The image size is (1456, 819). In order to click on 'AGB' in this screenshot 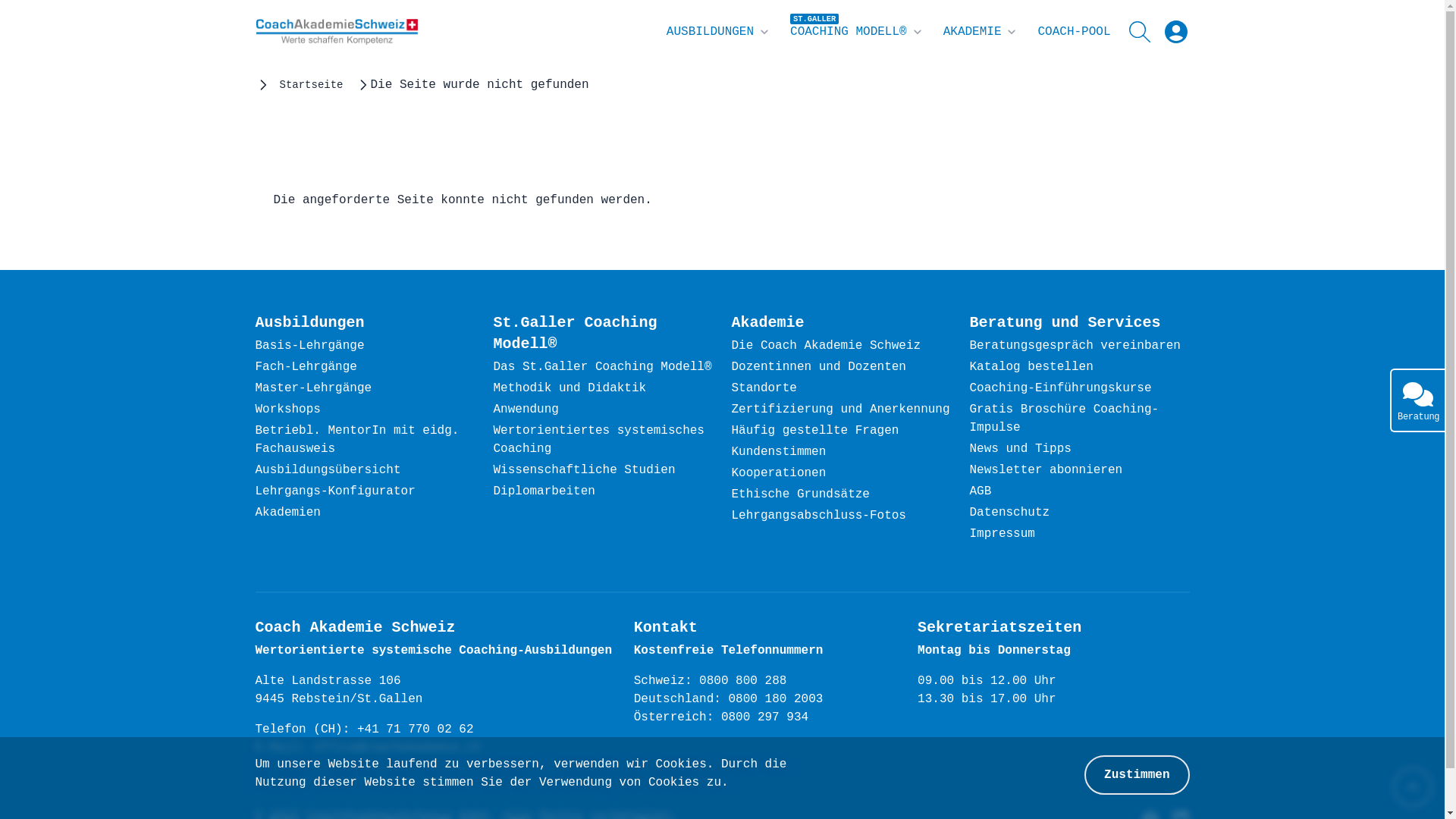, I will do `click(980, 491)`.